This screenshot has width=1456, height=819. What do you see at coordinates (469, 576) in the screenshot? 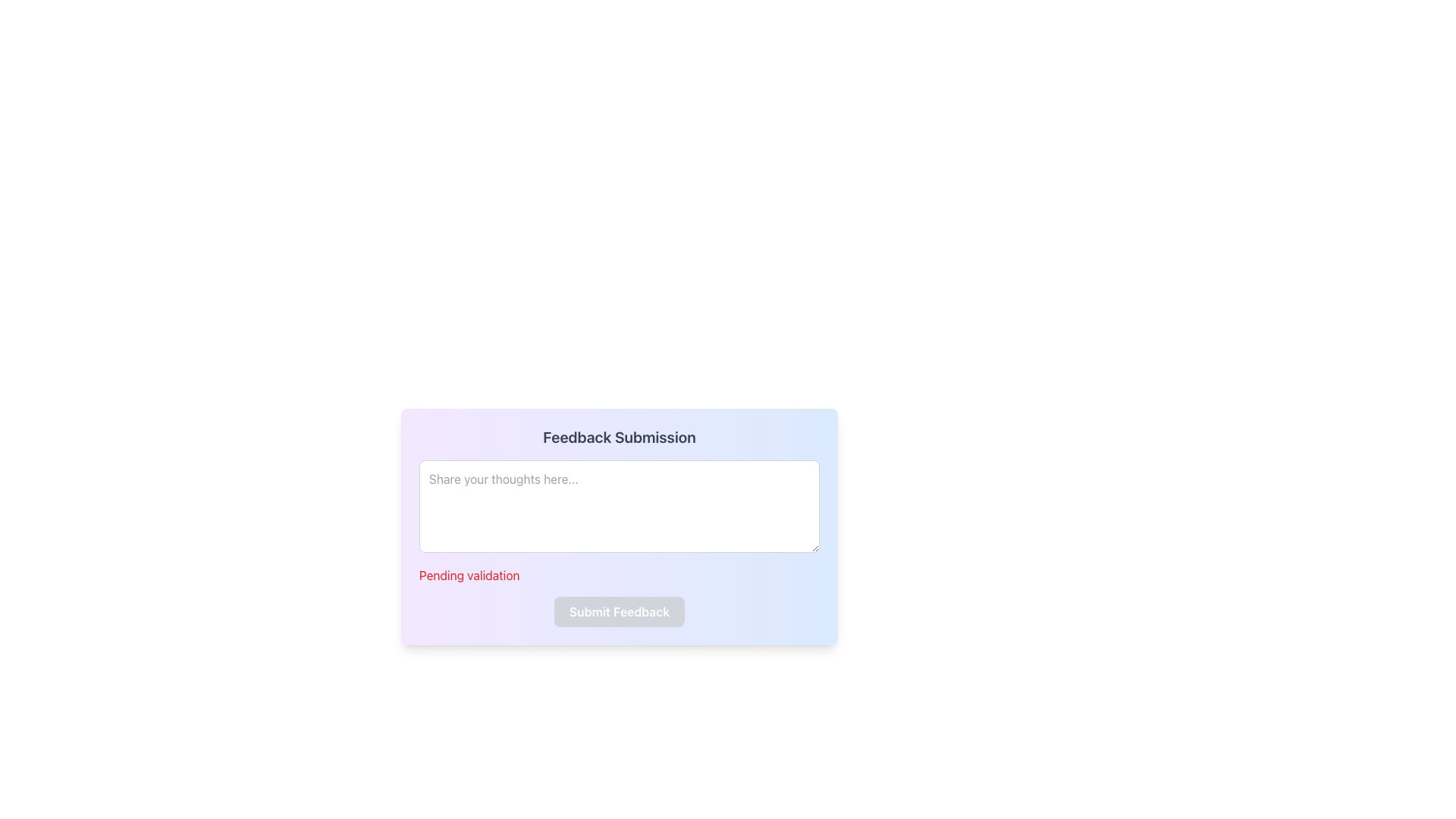
I see `the text label that reads 'Pending validation' styled in red, located just below the text input area of the feedback submission form` at bounding box center [469, 576].